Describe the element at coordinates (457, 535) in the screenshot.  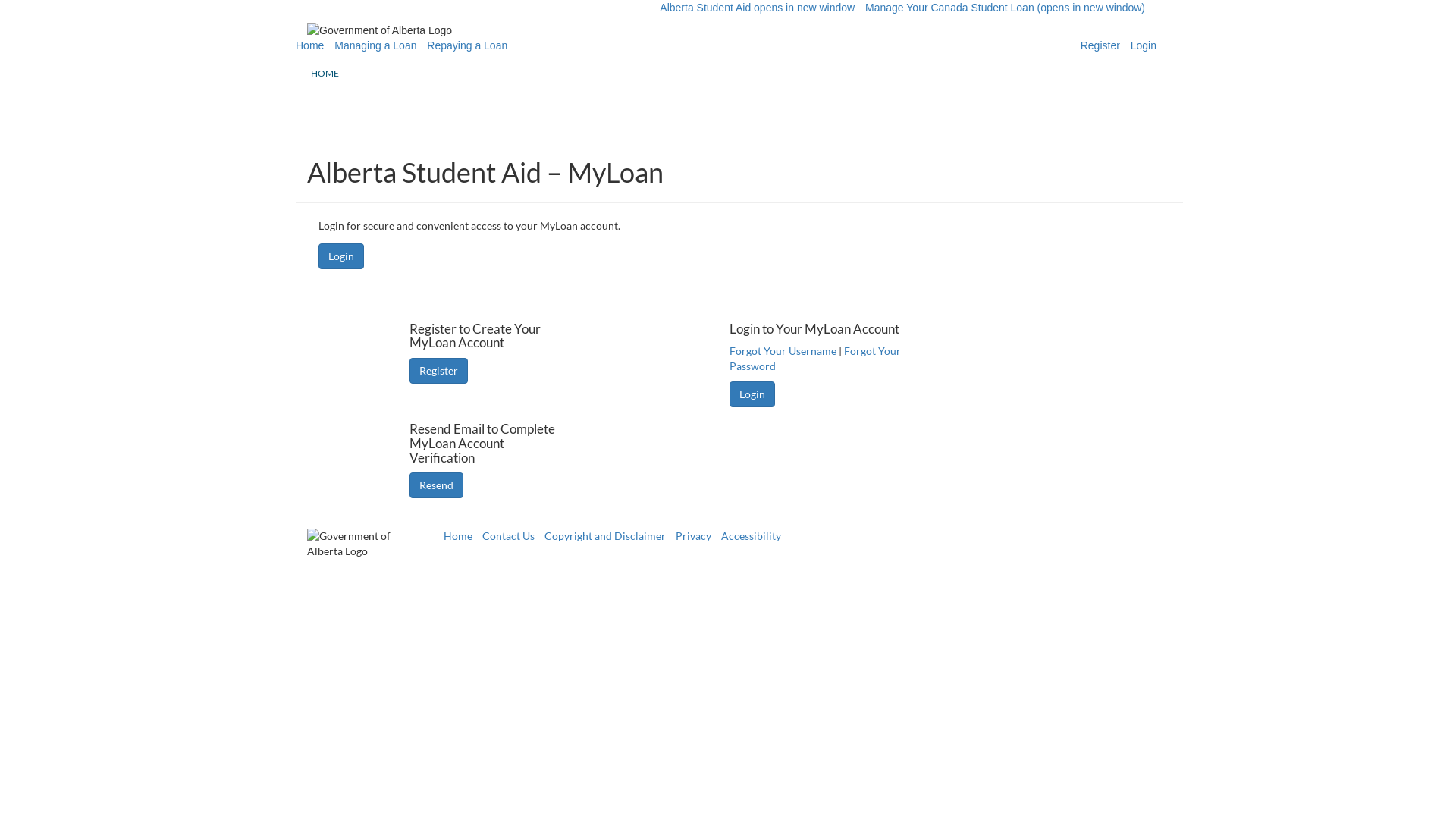
I see `'Home'` at that location.